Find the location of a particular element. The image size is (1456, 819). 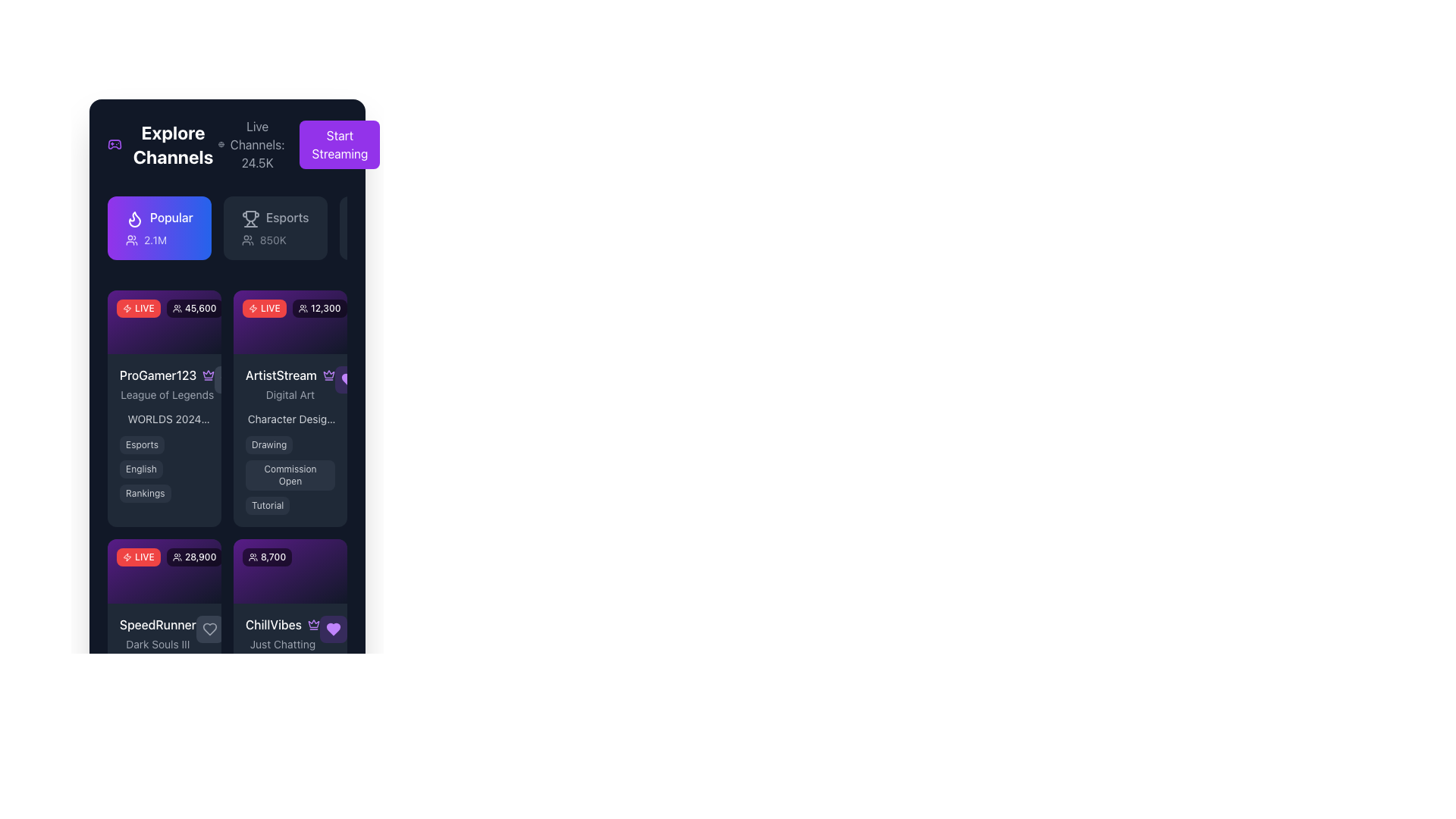

the live streaming channel card located in the first column of the grid layout below the 'Explore Channels' header is located at coordinates (164, 408).